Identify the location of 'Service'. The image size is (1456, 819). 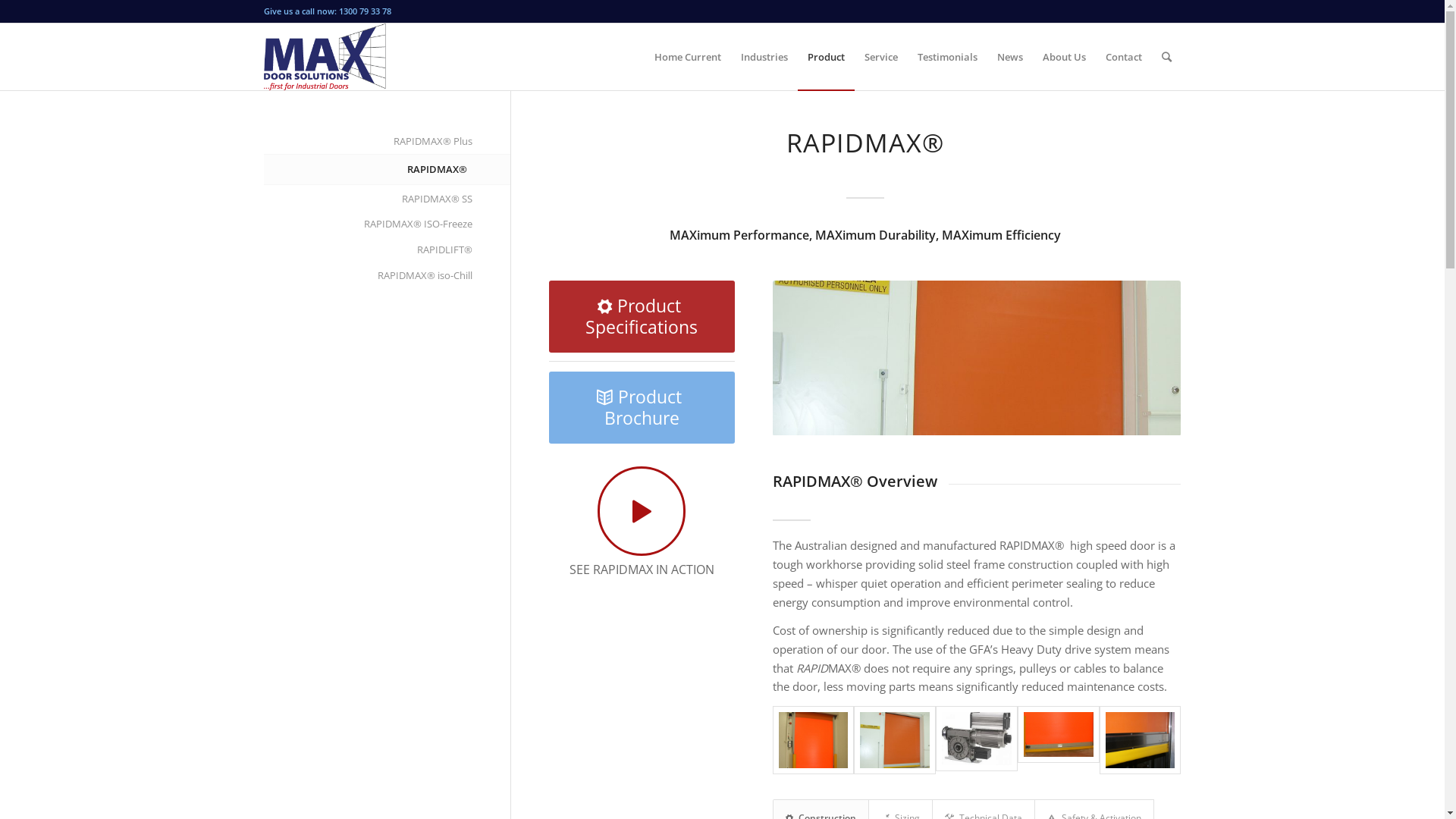
(880, 55).